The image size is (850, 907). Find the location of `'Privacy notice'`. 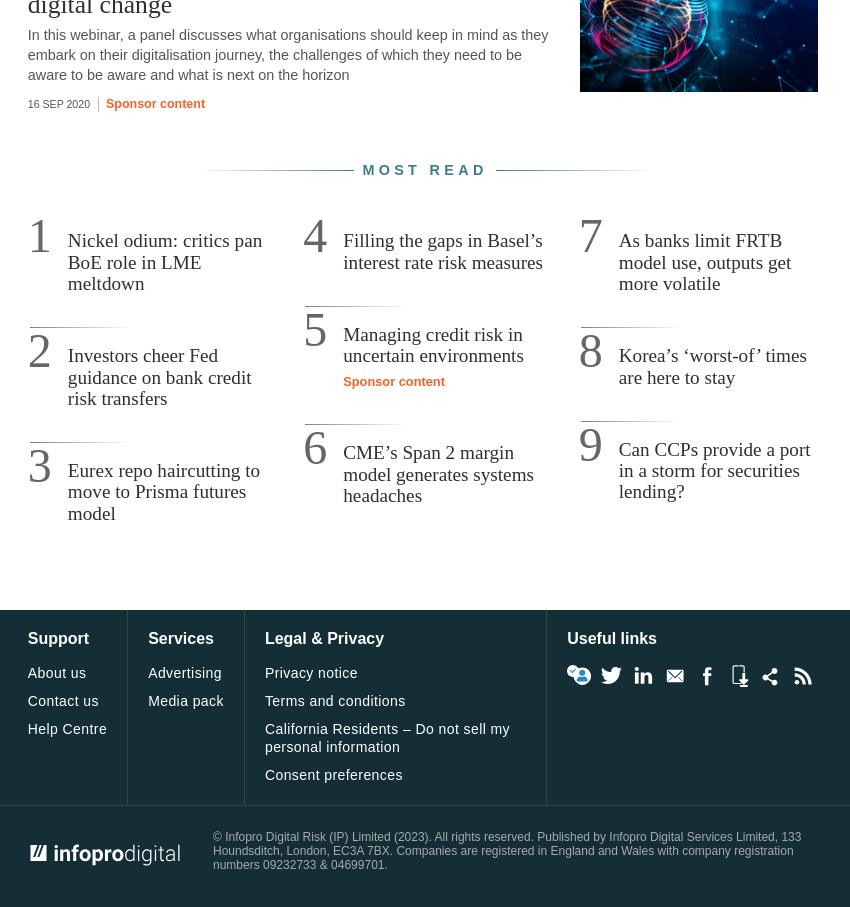

'Privacy notice' is located at coordinates (310, 671).